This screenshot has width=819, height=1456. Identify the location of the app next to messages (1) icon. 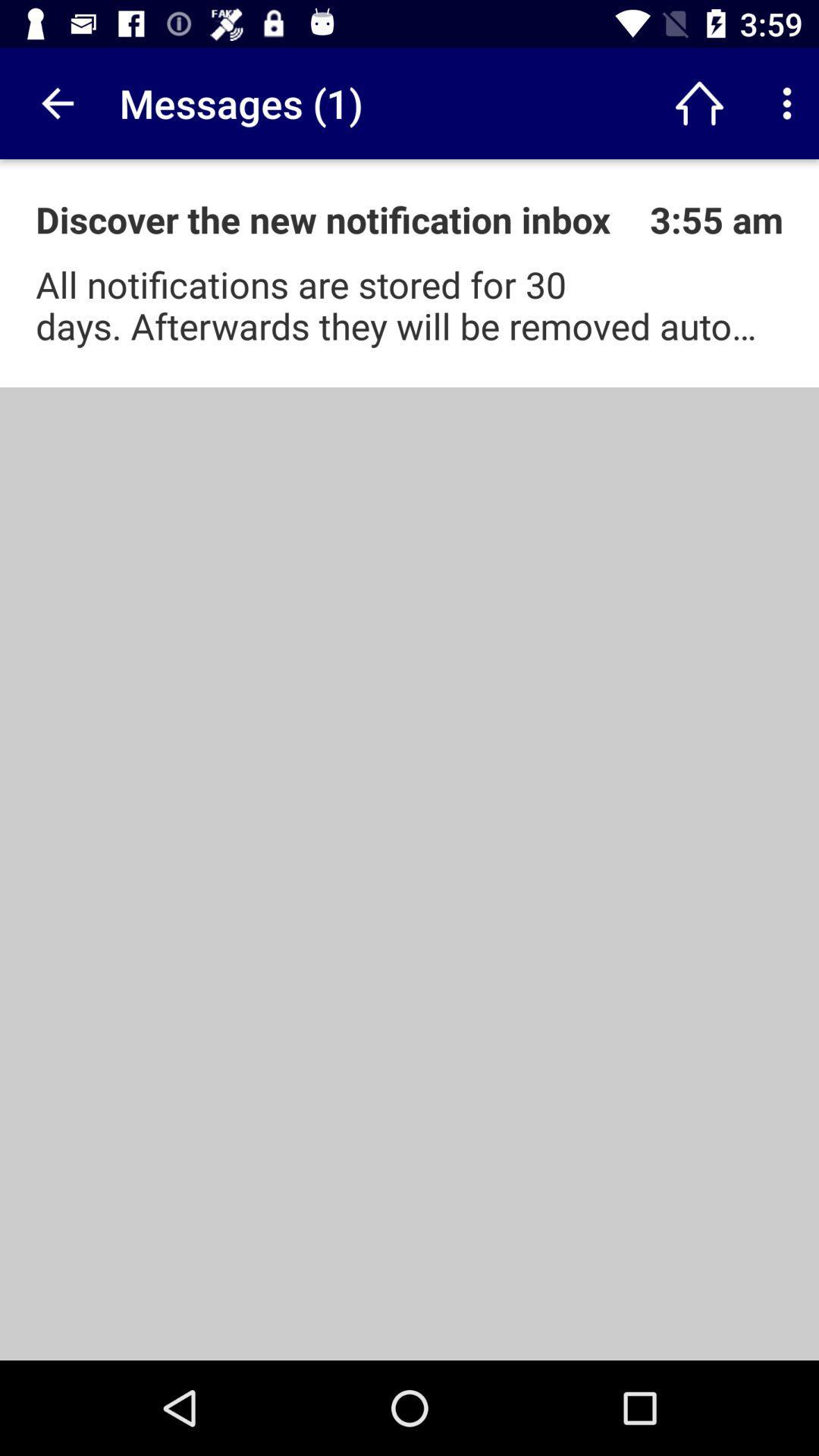
(699, 102).